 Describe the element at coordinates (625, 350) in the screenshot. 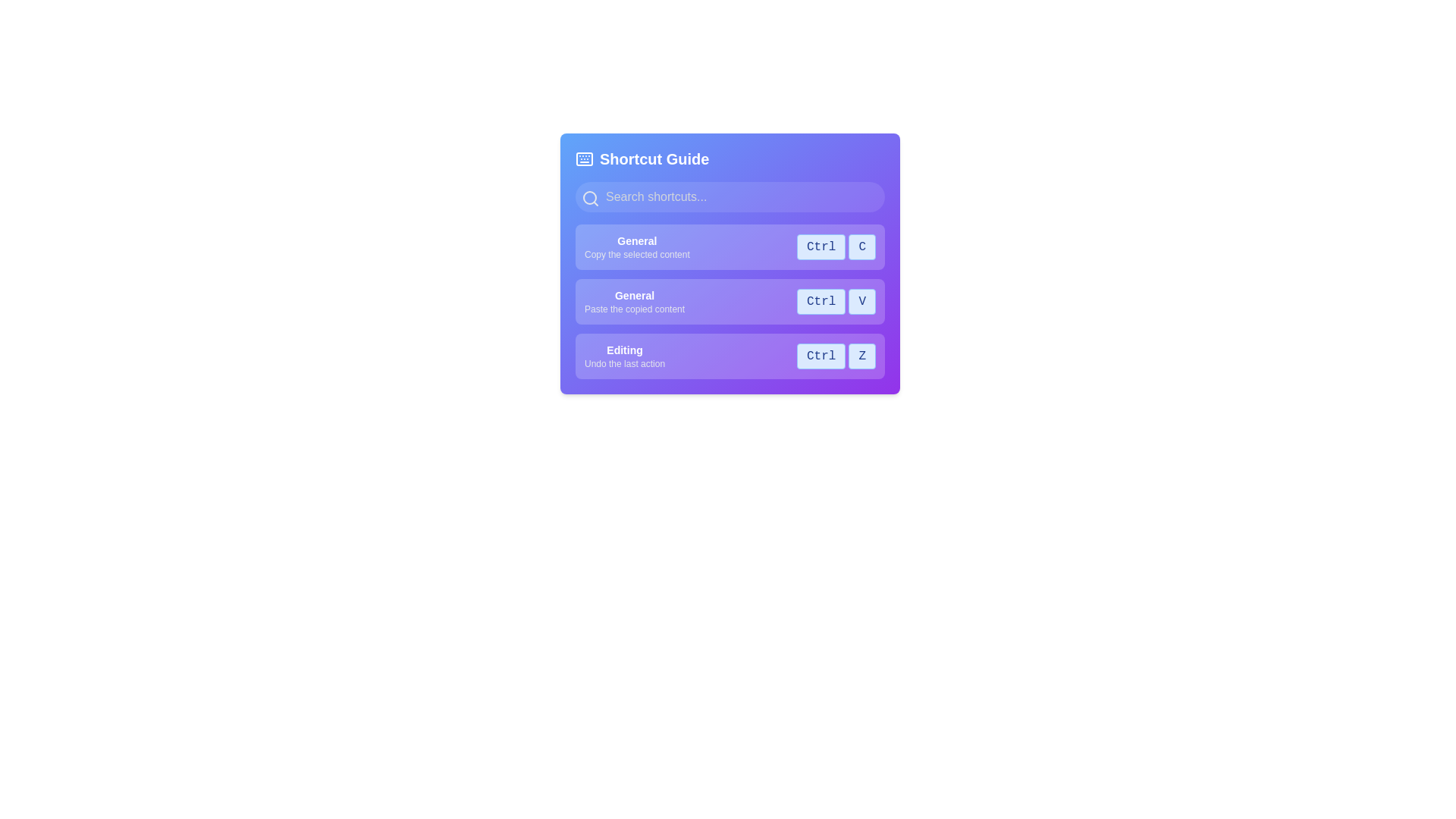

I see `text label that describes the functionality of 'Undo the last action' in the shortcut guide` at that location.